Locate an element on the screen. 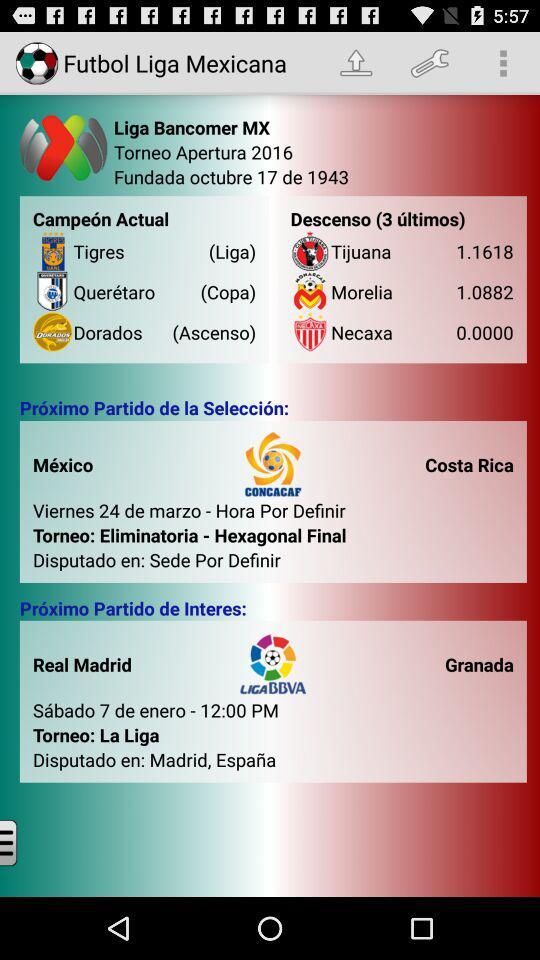 The height and width of the screenshot is (960, 540). icon left to the text queretaro is located at coordinates (53, 291).